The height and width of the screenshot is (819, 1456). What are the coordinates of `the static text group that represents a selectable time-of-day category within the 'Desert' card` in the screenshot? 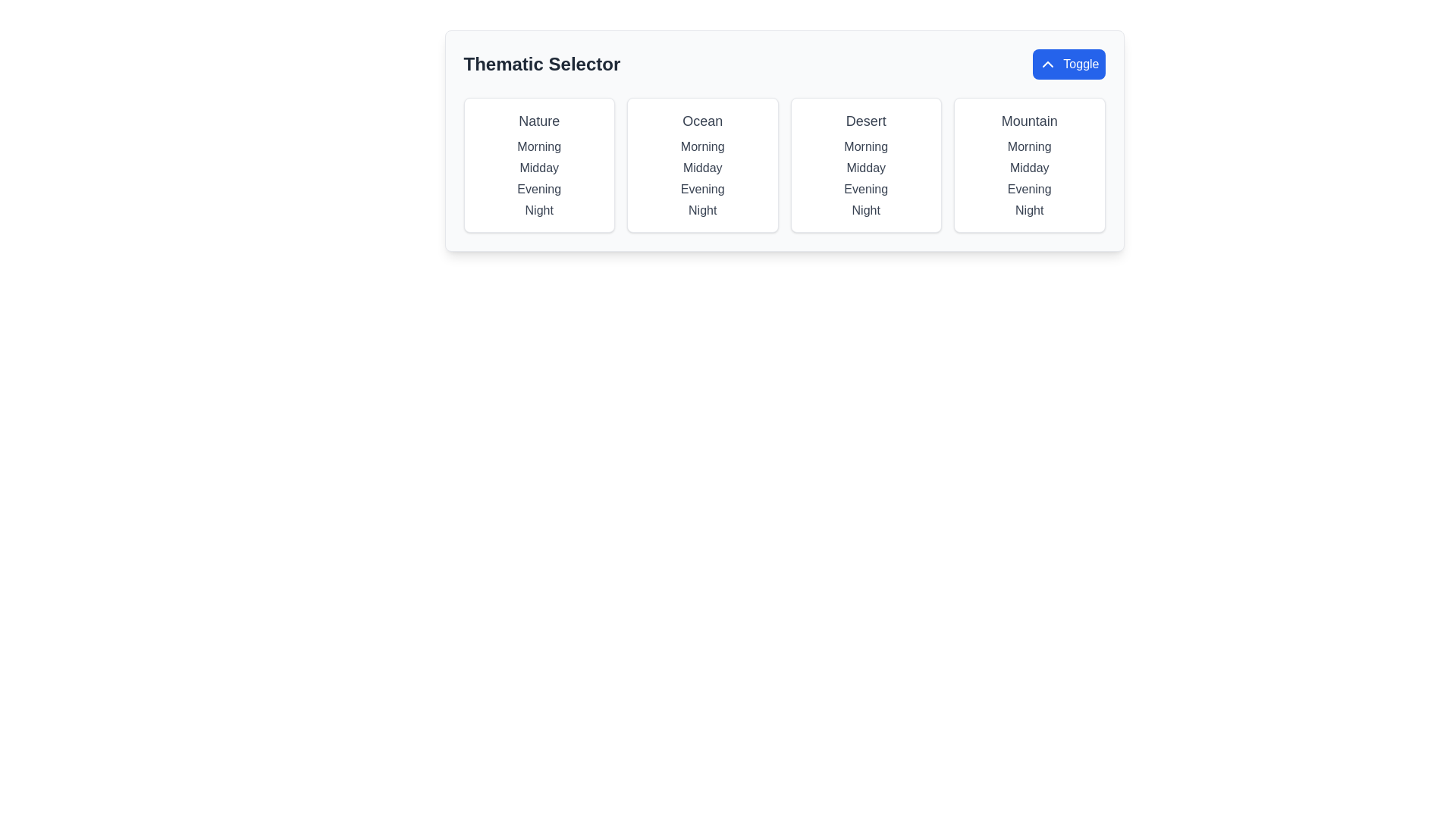 It's located at (866, 177).